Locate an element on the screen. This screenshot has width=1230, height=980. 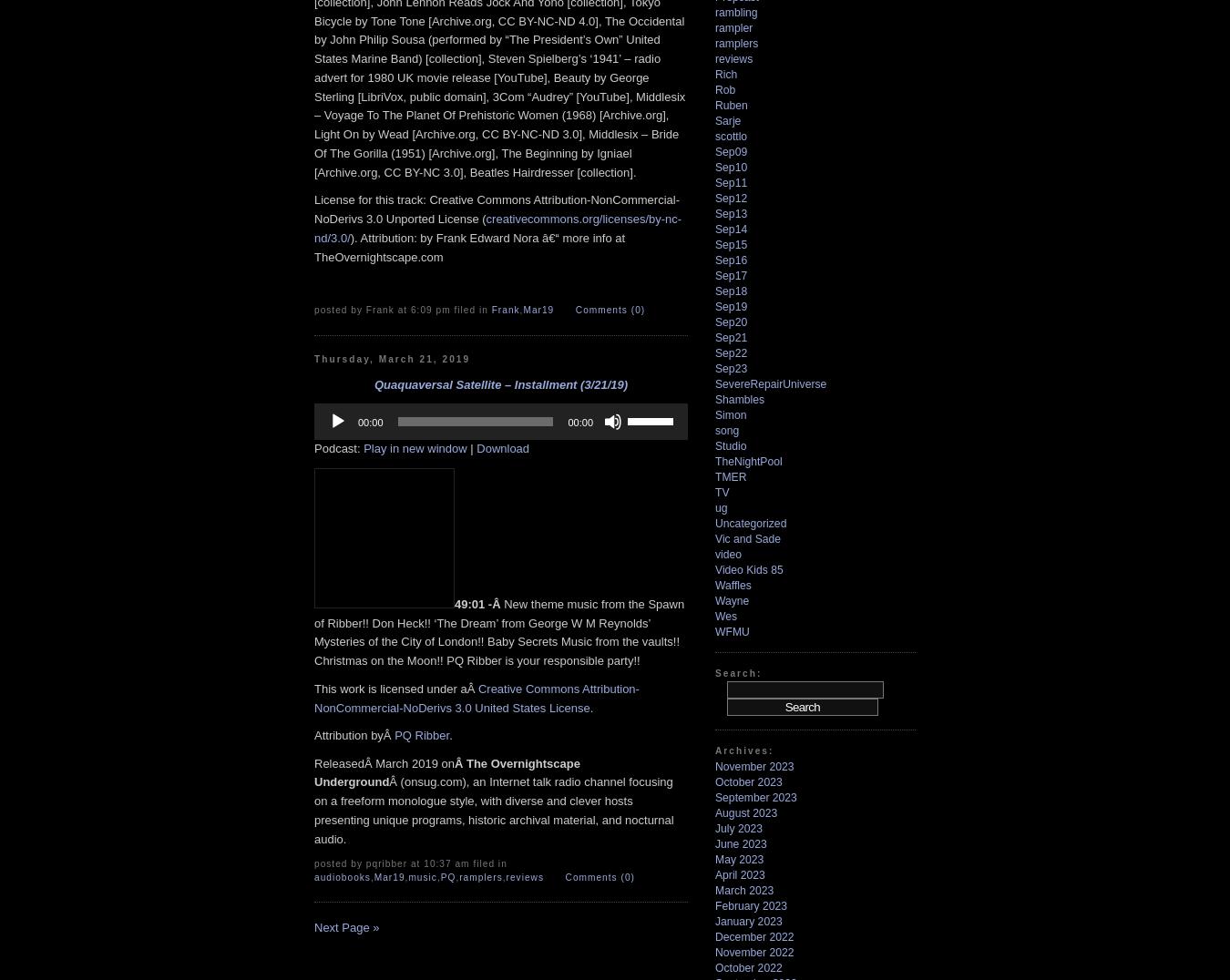
'Podcast:' is located at coordinates (314, 447).